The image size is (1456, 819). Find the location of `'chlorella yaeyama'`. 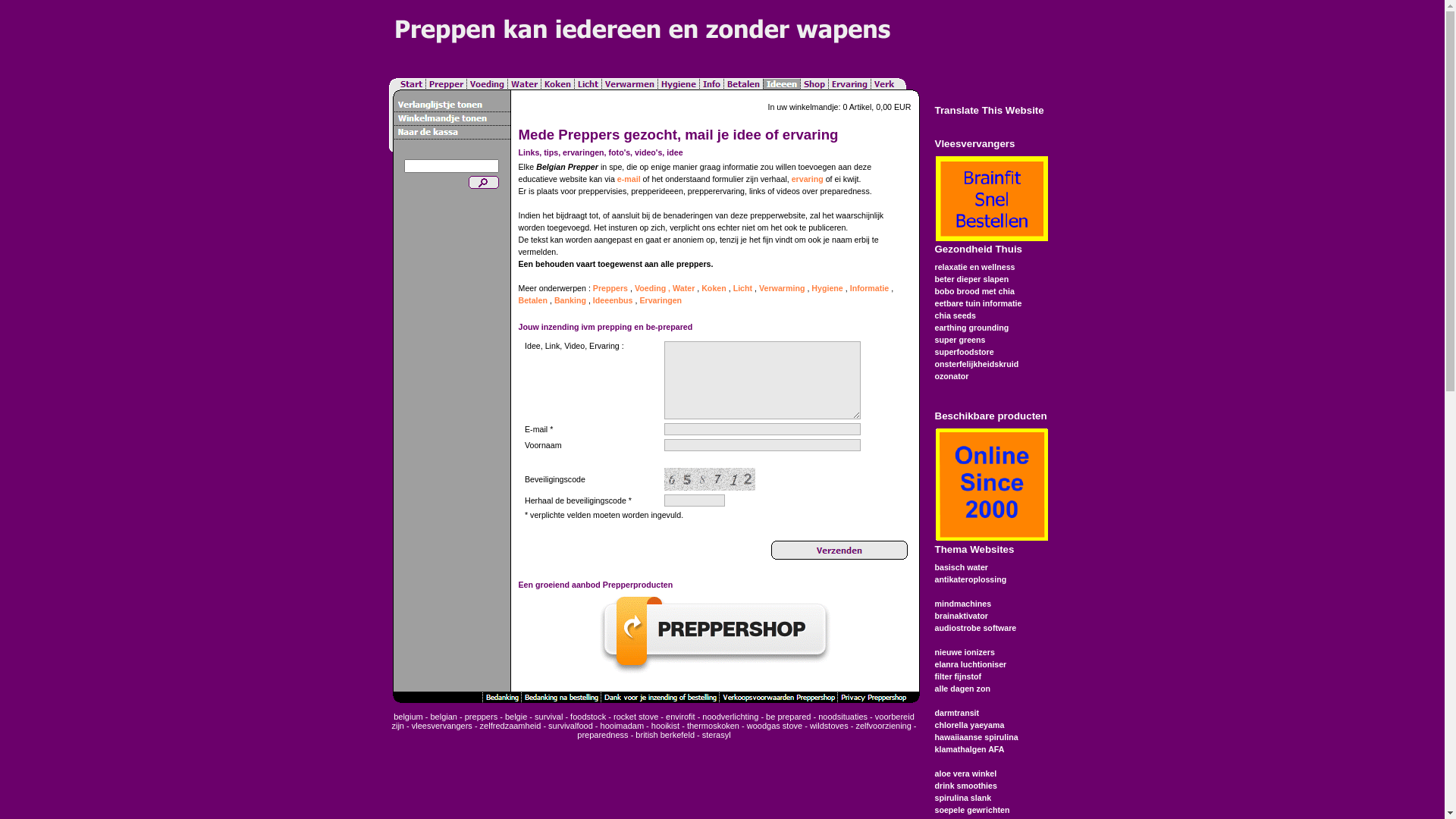

'chlorella yaeyama' is located at coordinates (968, 724).